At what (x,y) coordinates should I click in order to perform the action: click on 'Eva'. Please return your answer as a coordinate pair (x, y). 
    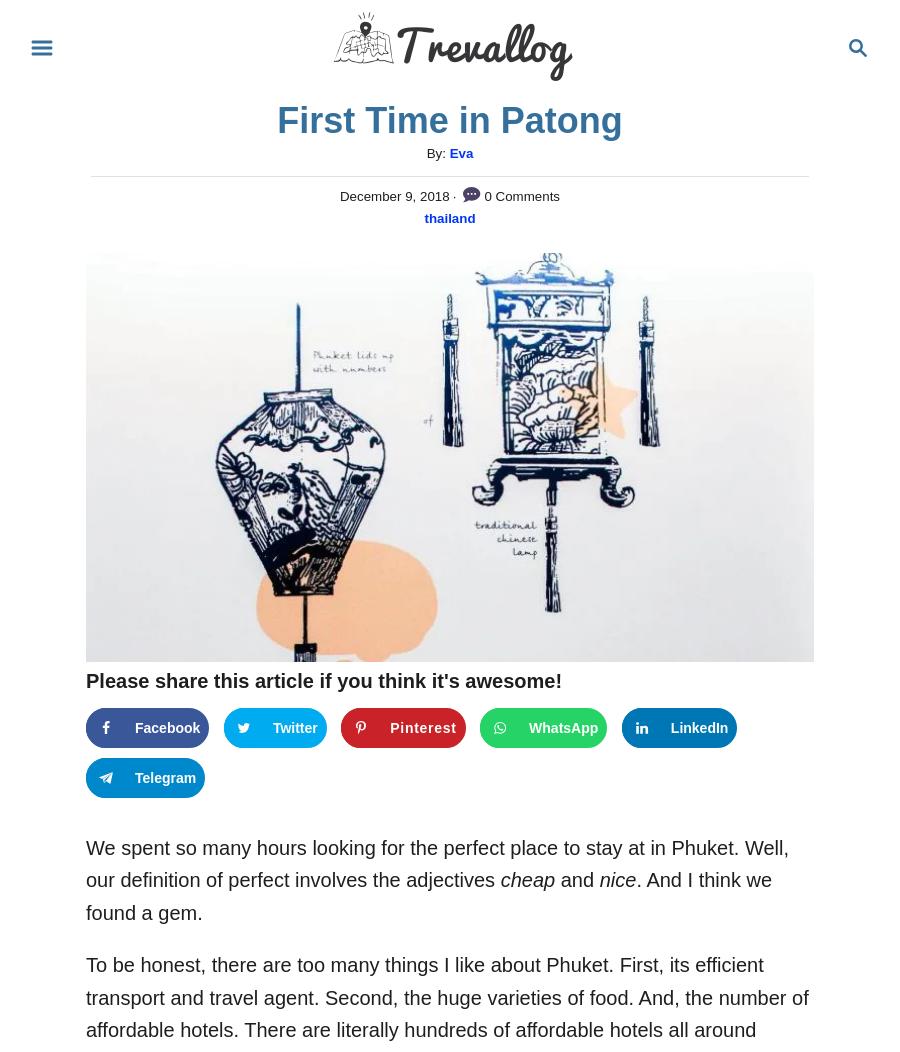
    Looking at the image, I should click on (459, 152).